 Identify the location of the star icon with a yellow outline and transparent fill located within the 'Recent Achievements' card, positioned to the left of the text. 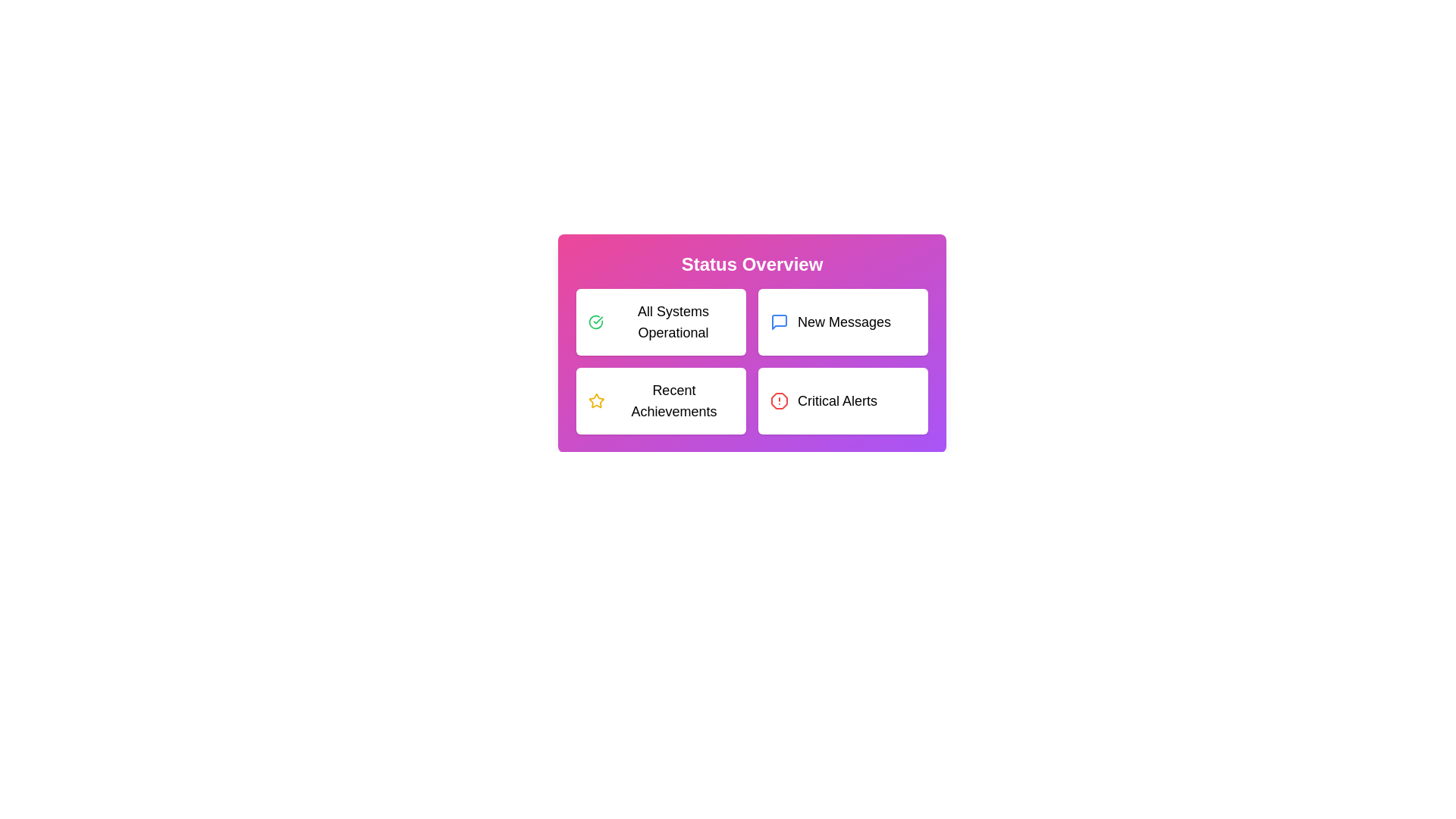
(595, 400).